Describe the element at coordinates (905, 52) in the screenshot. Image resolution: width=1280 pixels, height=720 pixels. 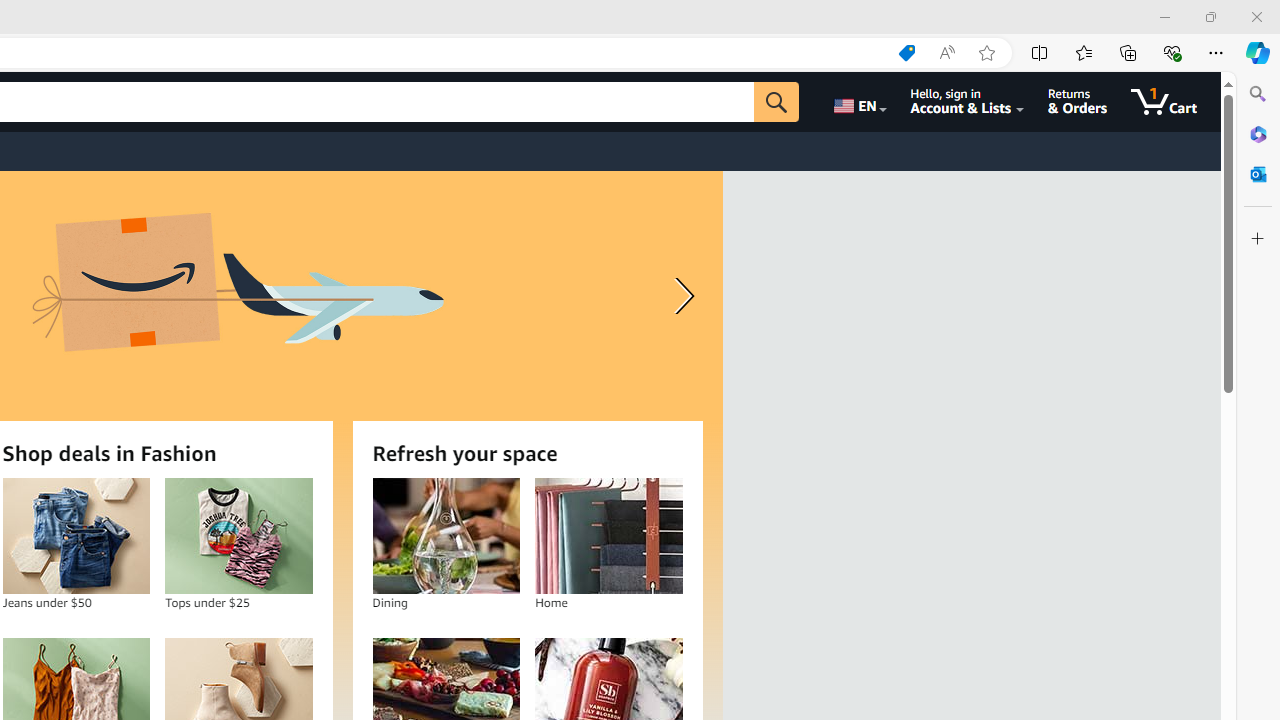
I see `'Shopping in Microsoft Edge'` at that location.